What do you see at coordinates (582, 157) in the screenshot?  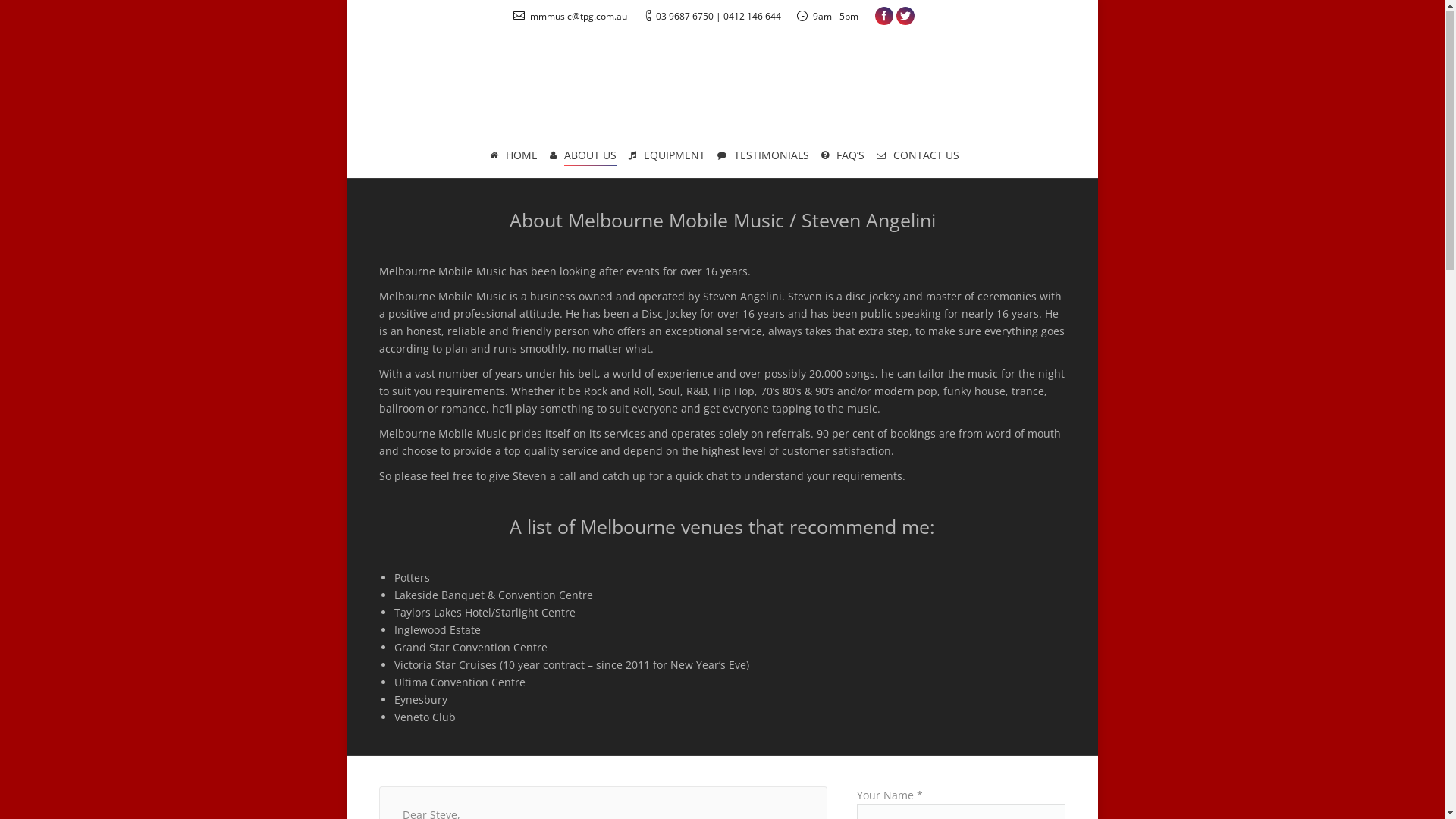 I see `'ABOUT US'` at bounding box center [582, 157].